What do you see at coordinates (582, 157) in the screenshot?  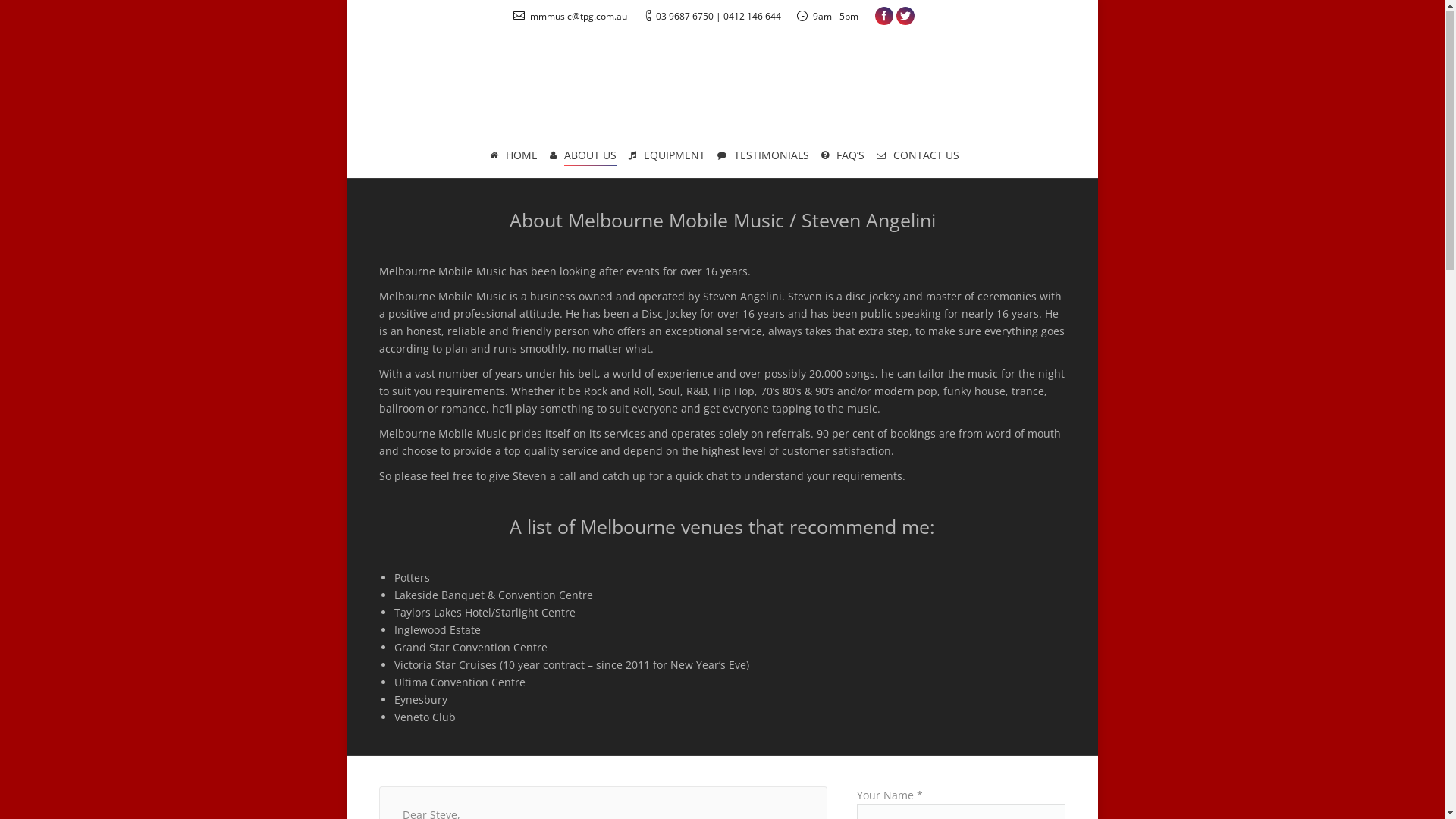 I see `'ABOUT US'` at bounding box center [582, 157].